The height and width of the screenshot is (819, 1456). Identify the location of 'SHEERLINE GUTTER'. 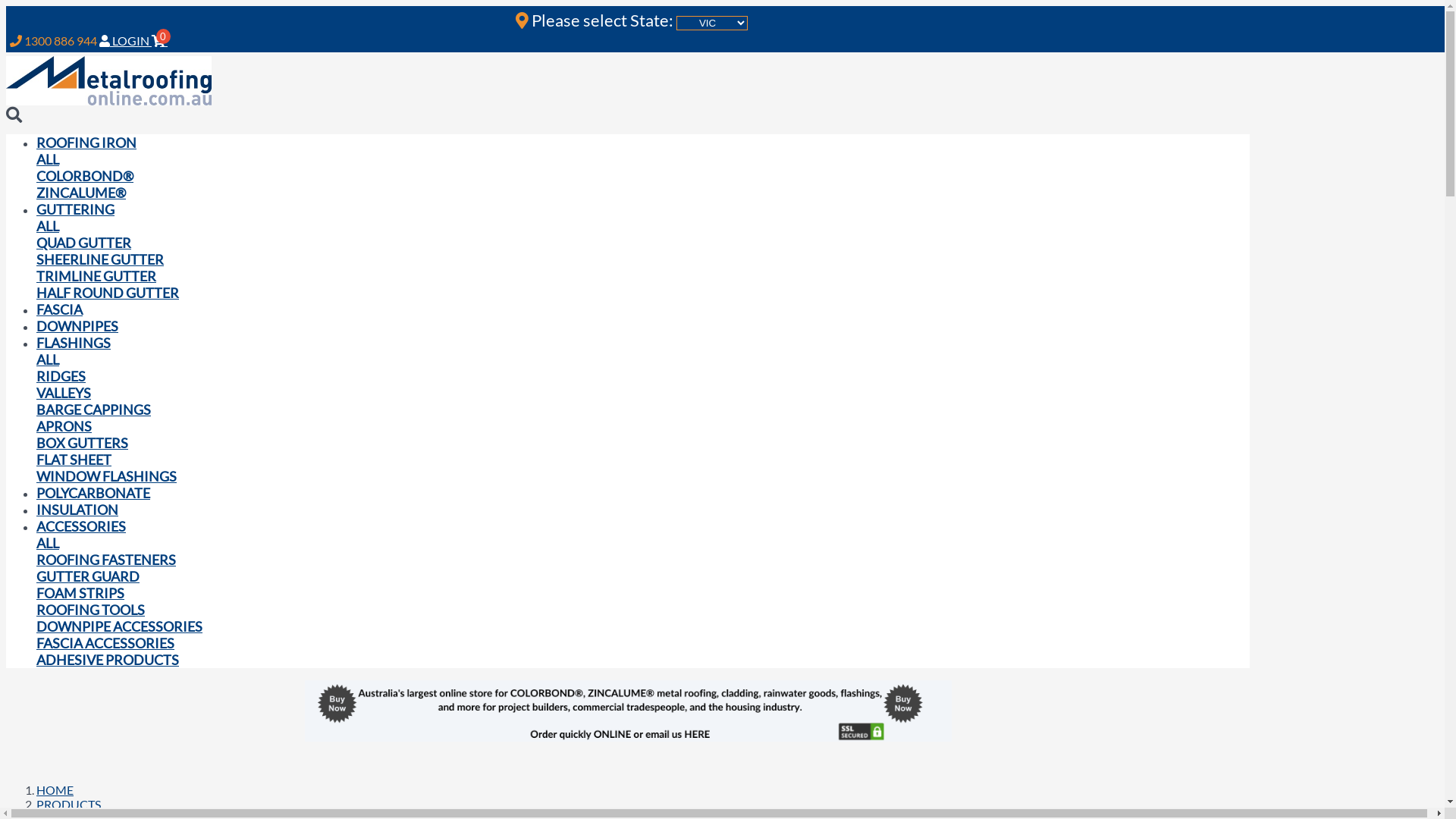
(36, 259).